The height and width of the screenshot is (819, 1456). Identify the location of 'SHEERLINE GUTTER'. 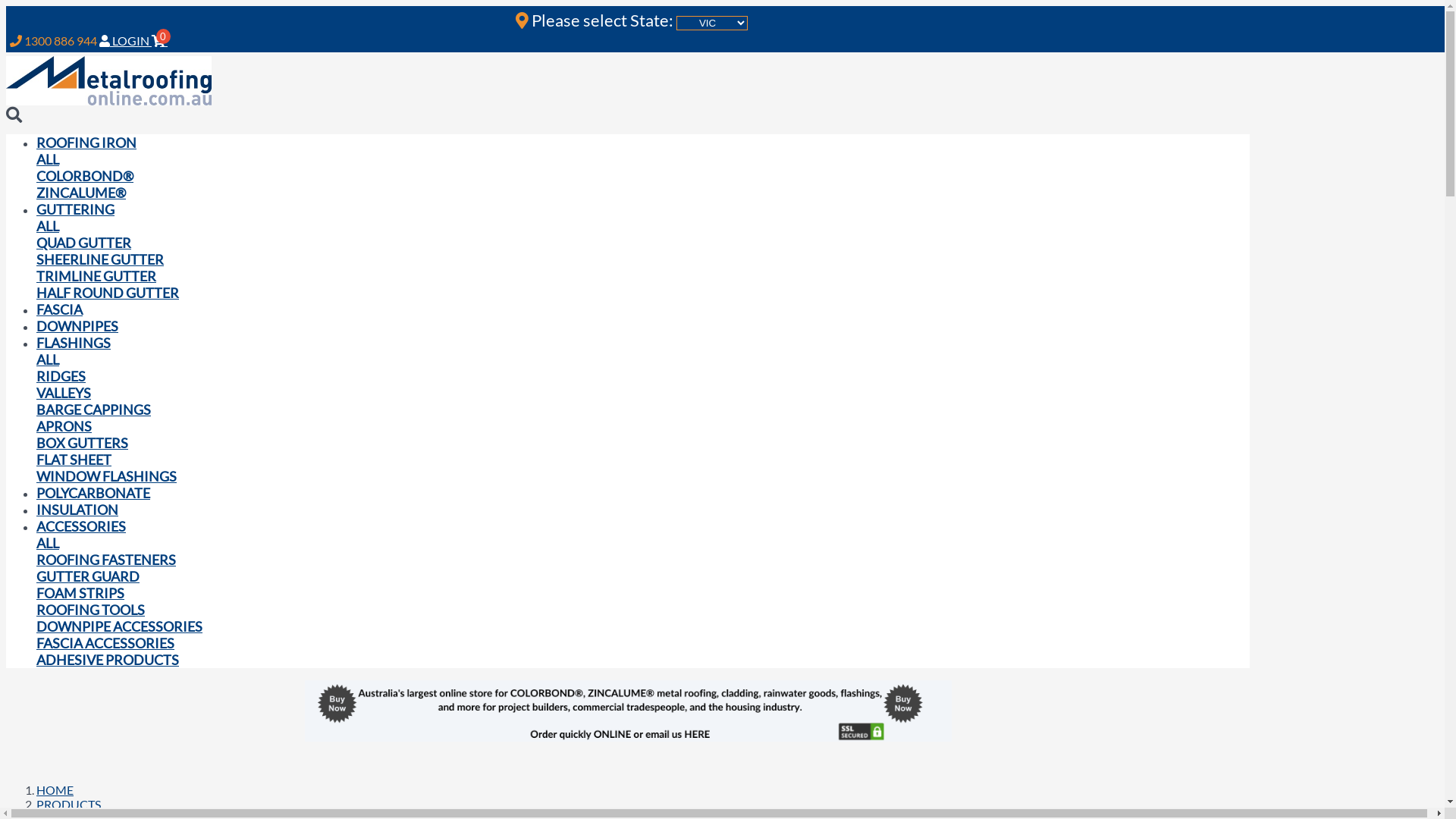
(36, 259).